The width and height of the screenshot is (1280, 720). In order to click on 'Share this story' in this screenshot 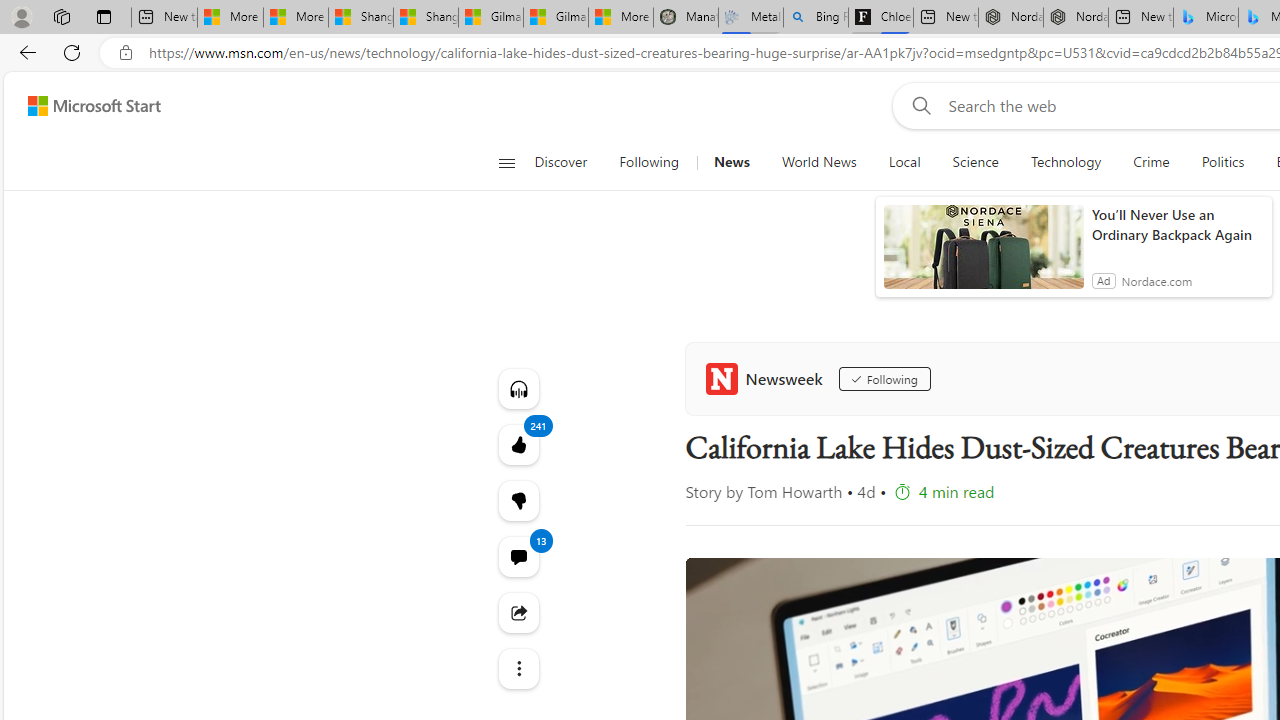, I will do `click(518, 611)`.